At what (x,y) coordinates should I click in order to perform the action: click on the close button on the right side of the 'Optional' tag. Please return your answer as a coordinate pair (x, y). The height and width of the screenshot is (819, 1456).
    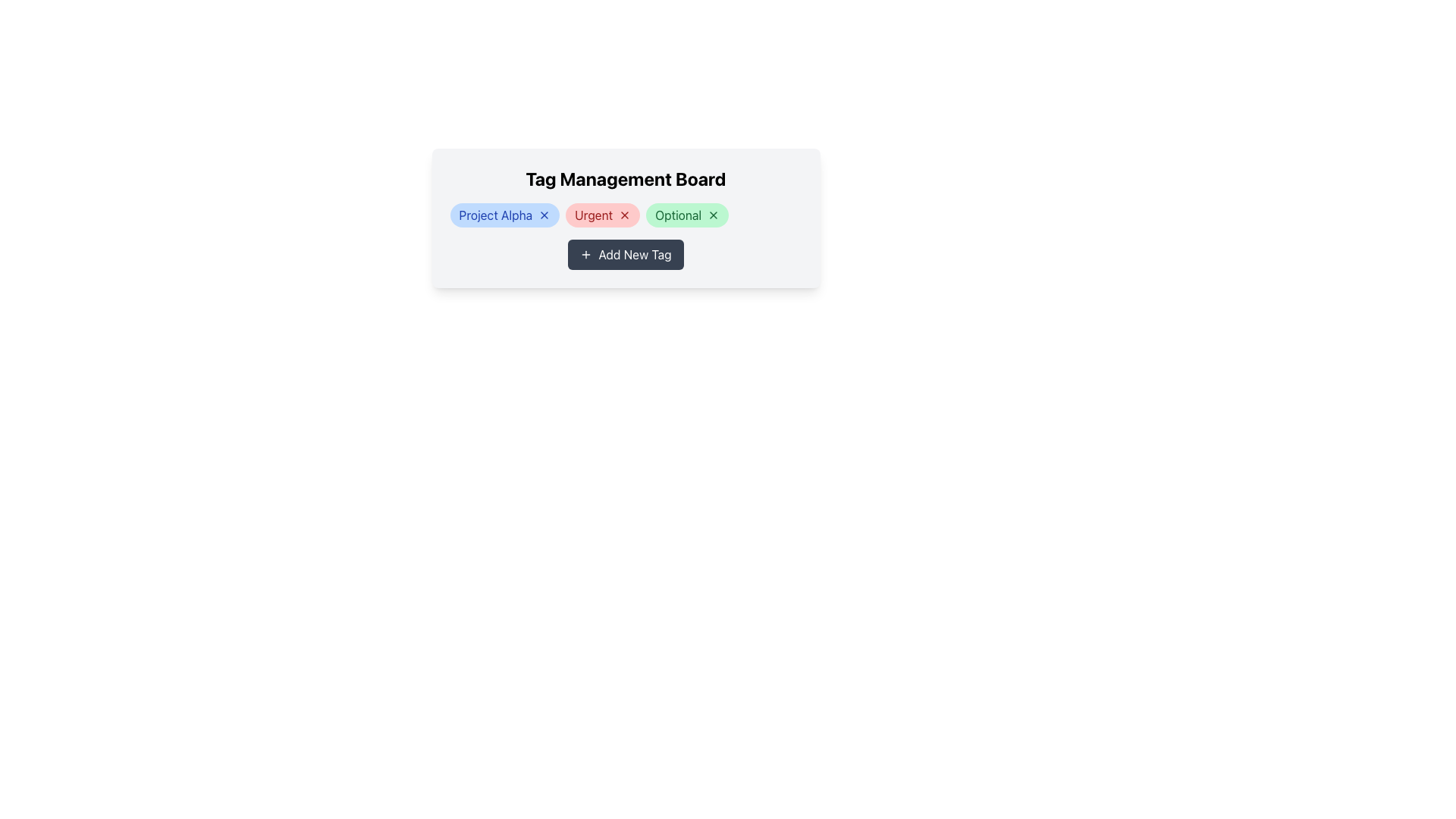
    Looking at the image, I should click on (712, 215).